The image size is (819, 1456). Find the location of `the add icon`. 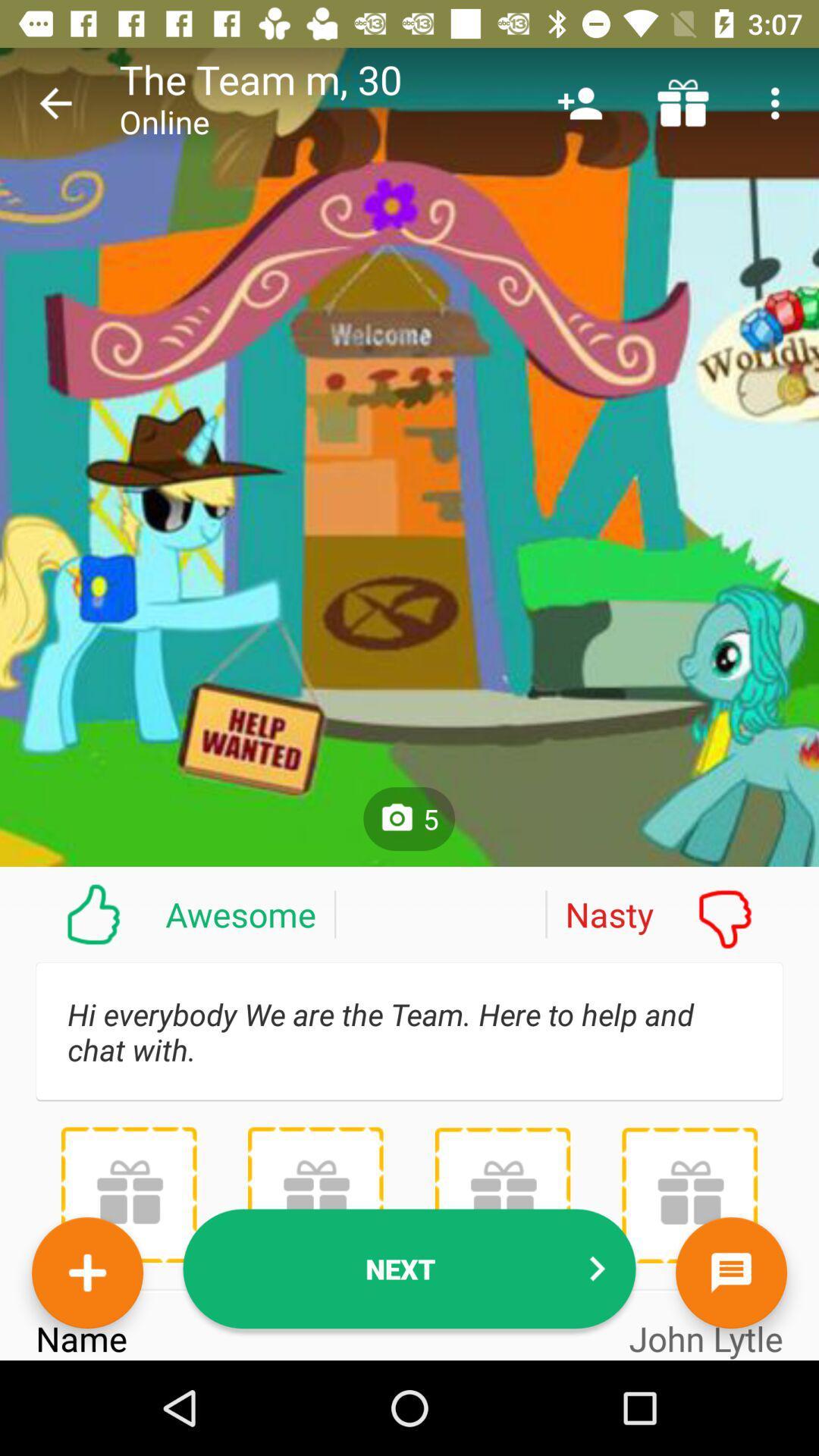

the add icon is located at coordinates (87, 1272).